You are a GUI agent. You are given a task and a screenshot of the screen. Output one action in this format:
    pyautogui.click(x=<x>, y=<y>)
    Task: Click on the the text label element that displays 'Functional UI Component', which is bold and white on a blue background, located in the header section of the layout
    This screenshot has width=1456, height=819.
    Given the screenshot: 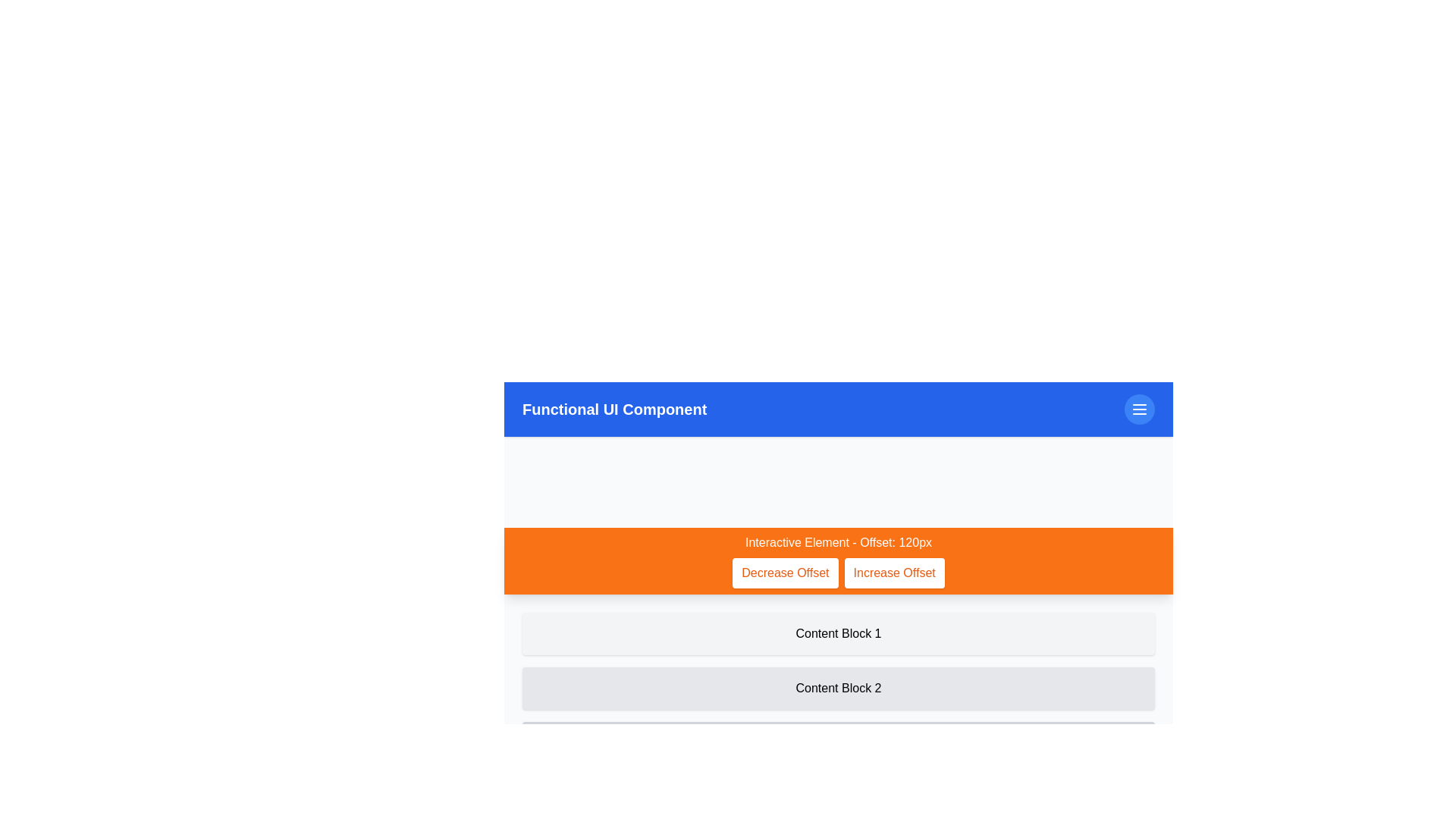 What is the action you would take?
    pyautogui.click(x=614, y=409)
    